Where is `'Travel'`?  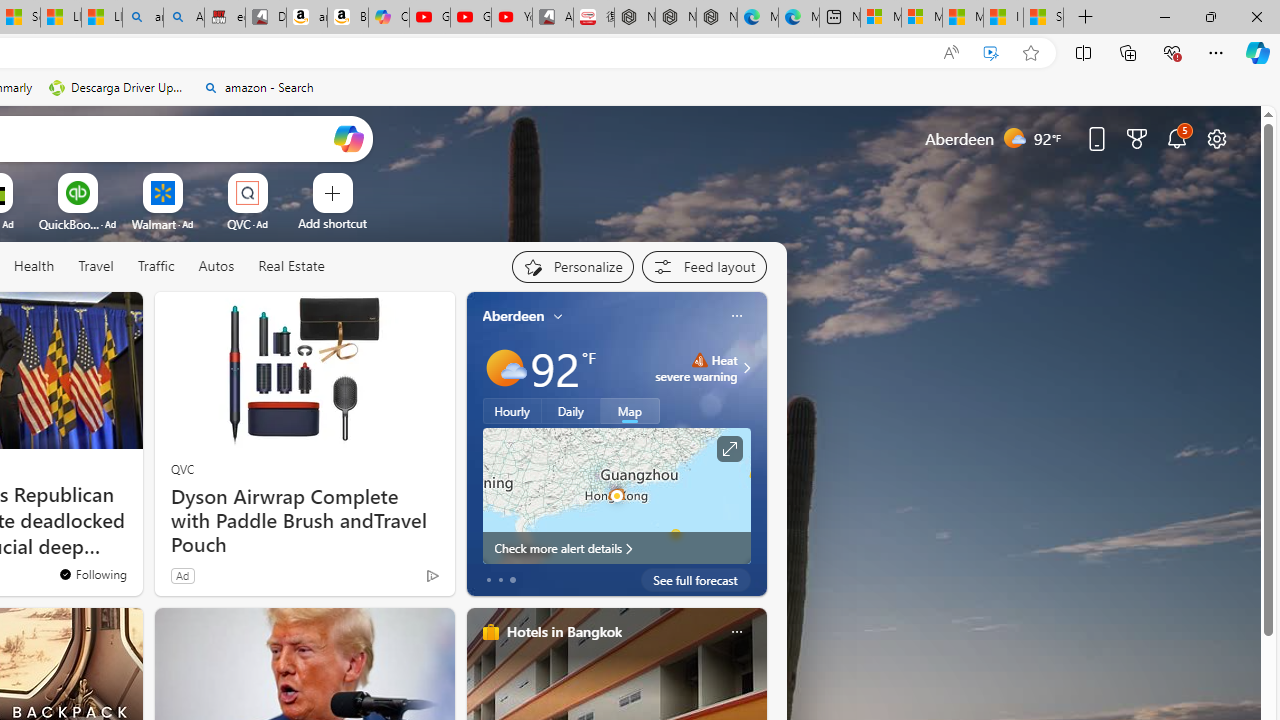
'Travel' is located at coordinates (95, 265).